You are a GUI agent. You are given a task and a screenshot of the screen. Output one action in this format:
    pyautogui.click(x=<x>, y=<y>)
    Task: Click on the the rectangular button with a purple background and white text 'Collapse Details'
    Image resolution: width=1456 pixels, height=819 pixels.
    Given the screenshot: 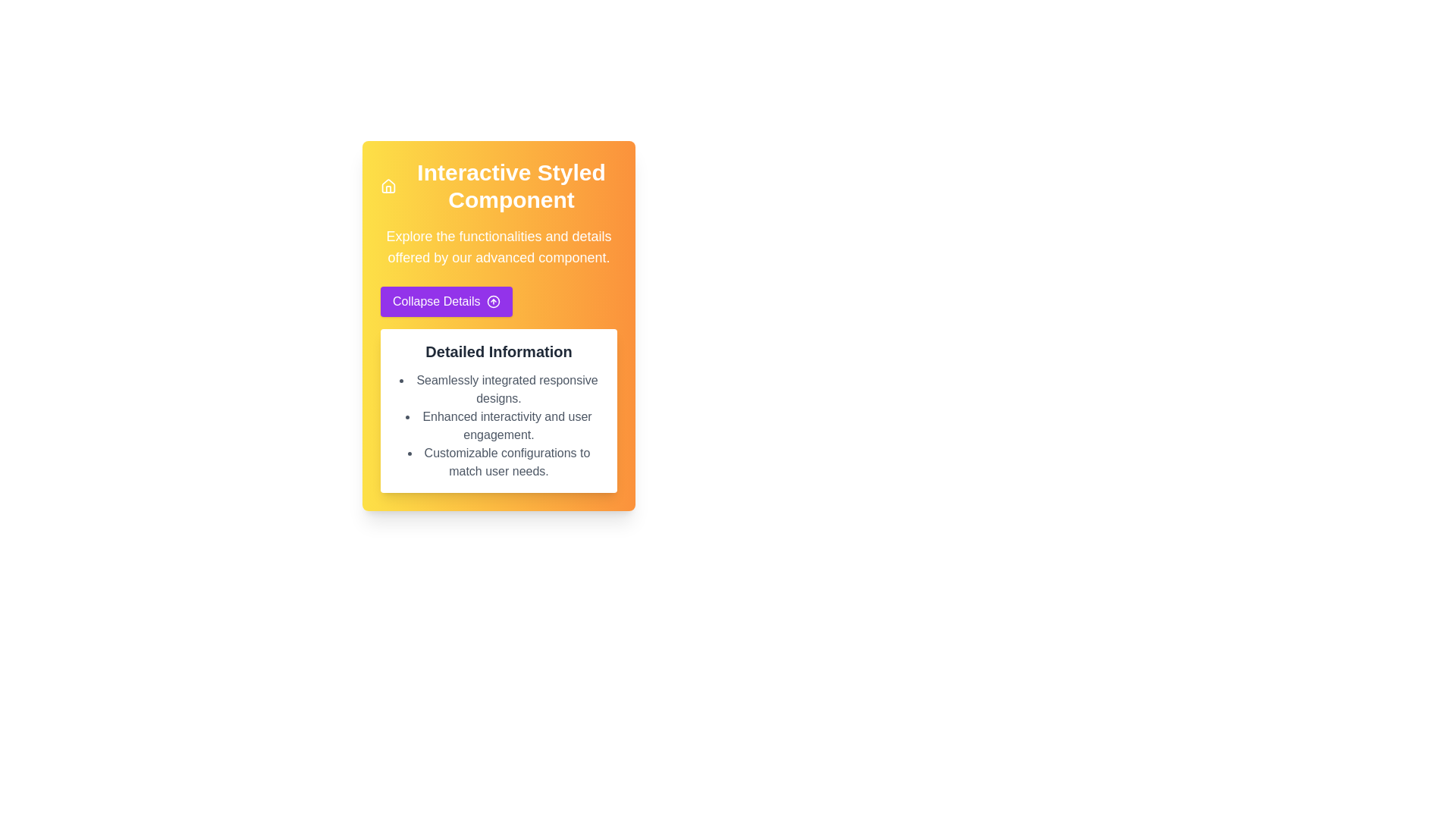 What is the action you would take?
    pyautogui.click(x=445, y=301)
    